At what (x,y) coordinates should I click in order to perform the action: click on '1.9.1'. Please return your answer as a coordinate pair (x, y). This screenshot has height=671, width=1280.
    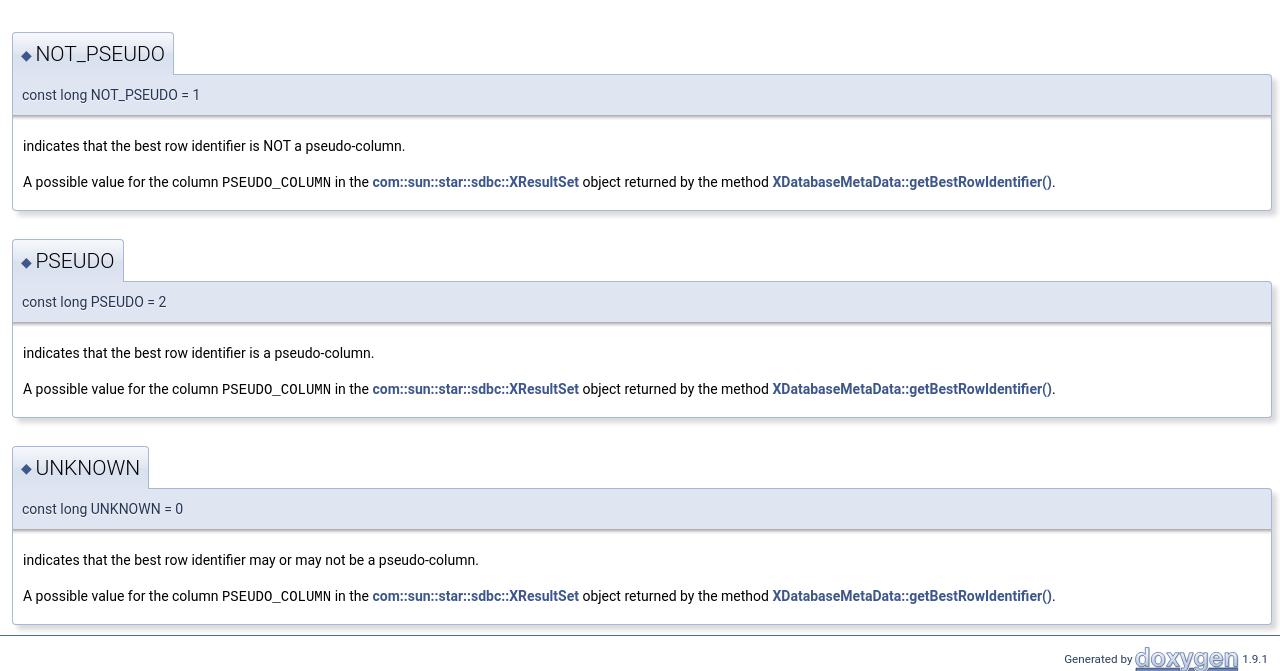
    Looking at the image, I should click on (1252, 656).